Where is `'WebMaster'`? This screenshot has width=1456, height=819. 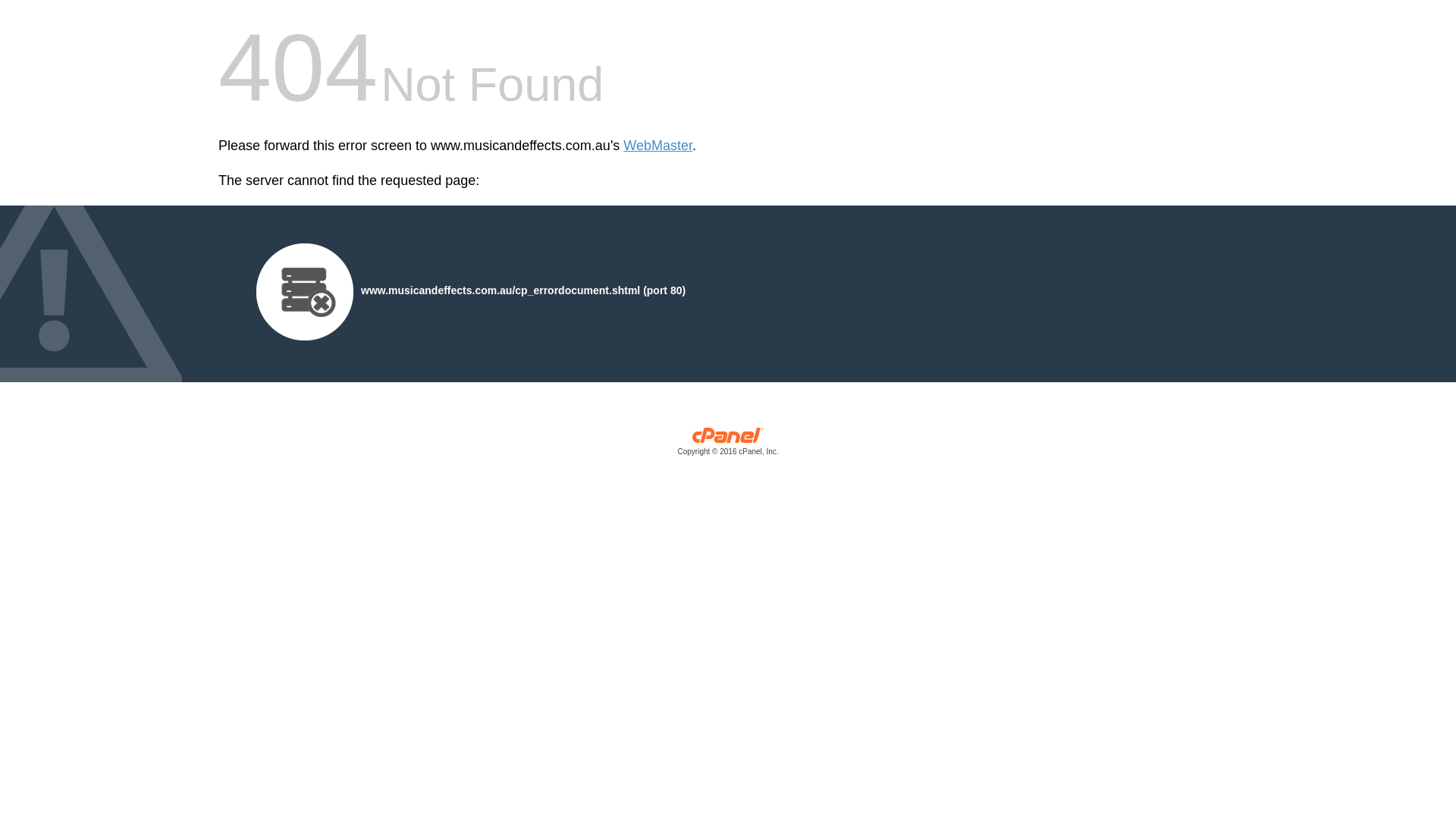
'WebMaster' is located at coordinates (657, 146).